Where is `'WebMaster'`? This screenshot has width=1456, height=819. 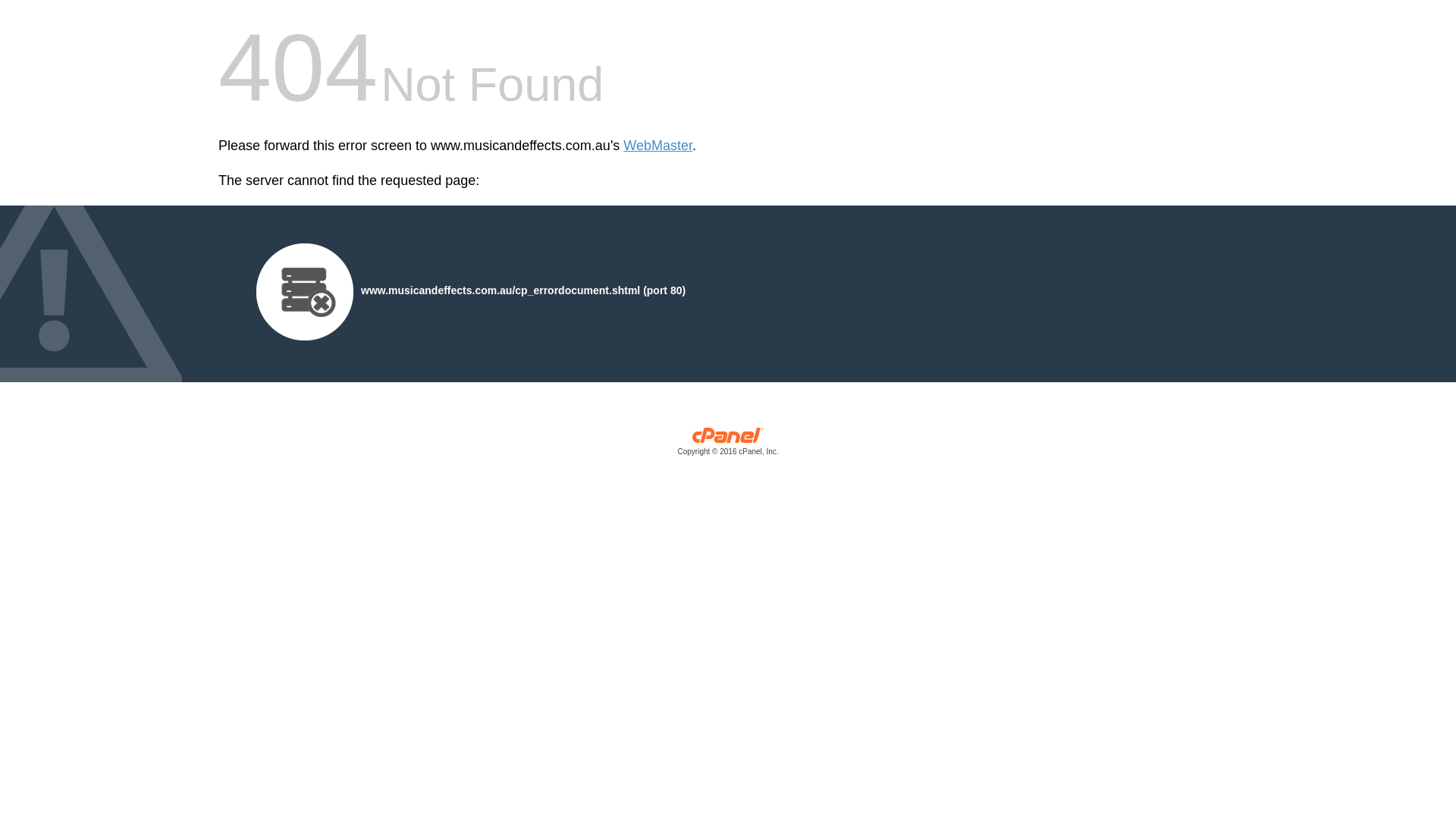
'WebMaster' is located at coordinates (657, 146).